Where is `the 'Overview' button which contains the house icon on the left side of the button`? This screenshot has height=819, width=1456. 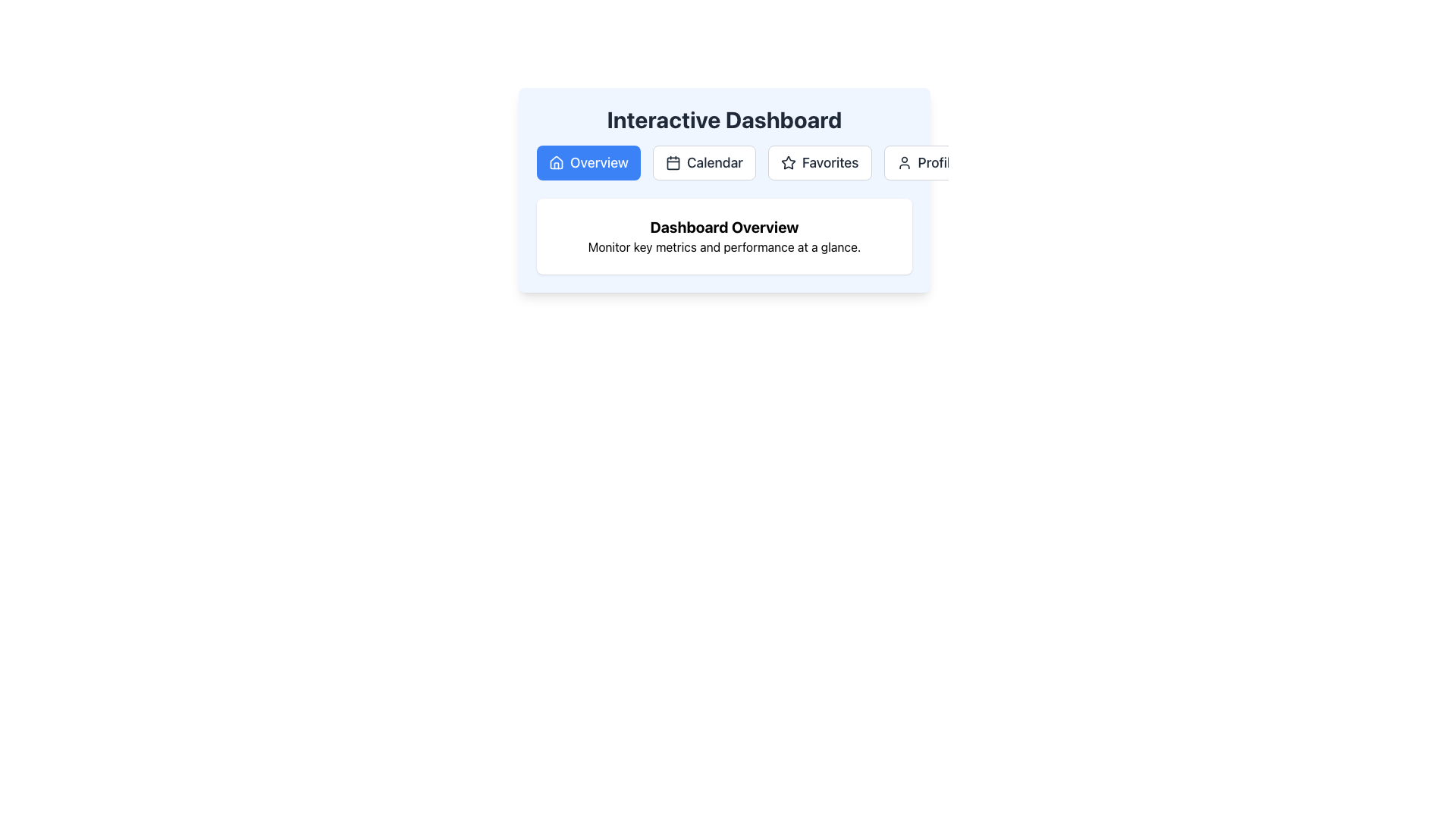
the 'Overview' button which contains the house icon on the left side of the button is located at coordinates (556, 163).